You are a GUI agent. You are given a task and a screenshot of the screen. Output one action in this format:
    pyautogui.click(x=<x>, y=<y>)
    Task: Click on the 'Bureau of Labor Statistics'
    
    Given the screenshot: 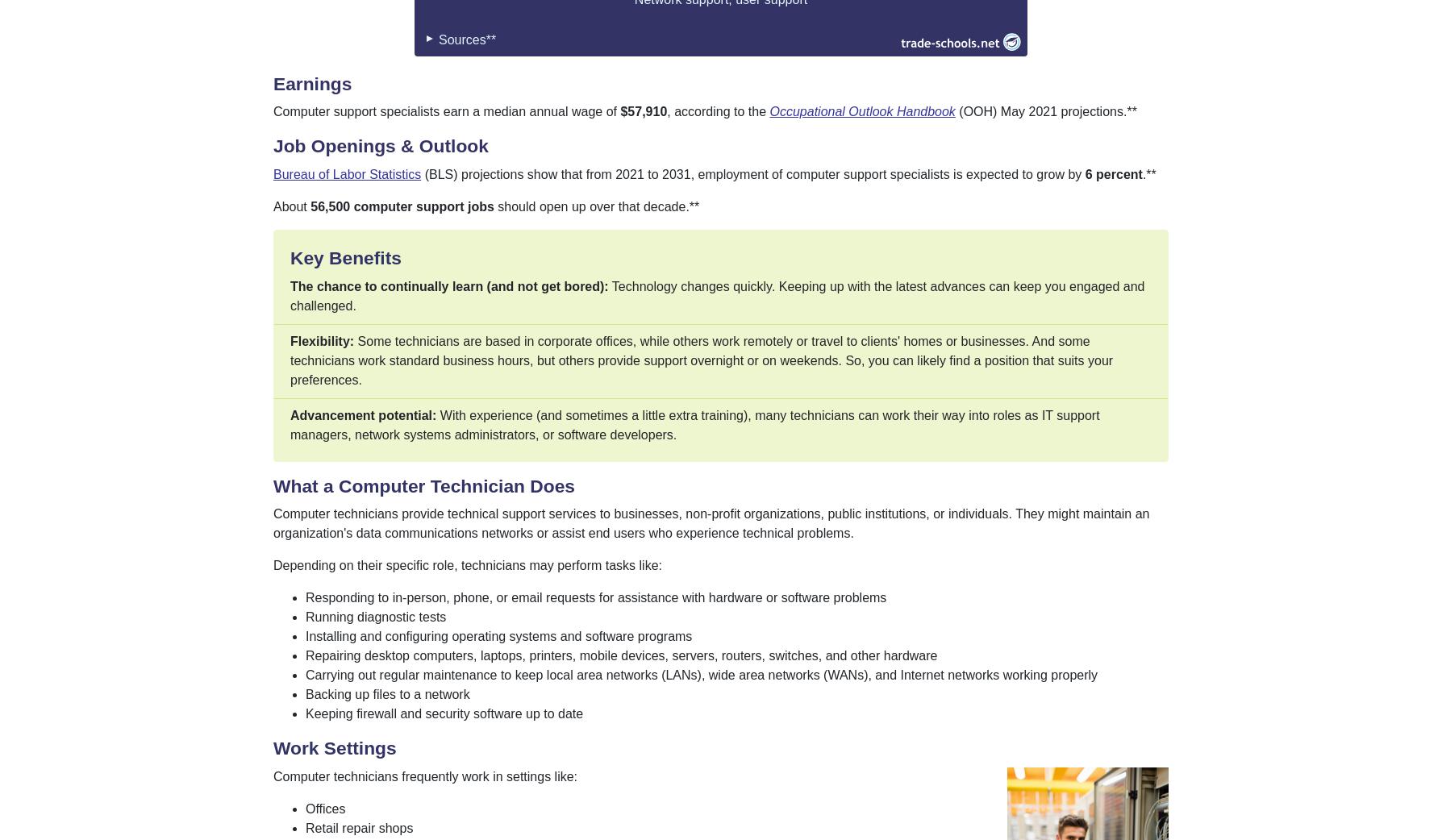 What is the action you would take?
    pyautogui.click(x=346, y=173)
    